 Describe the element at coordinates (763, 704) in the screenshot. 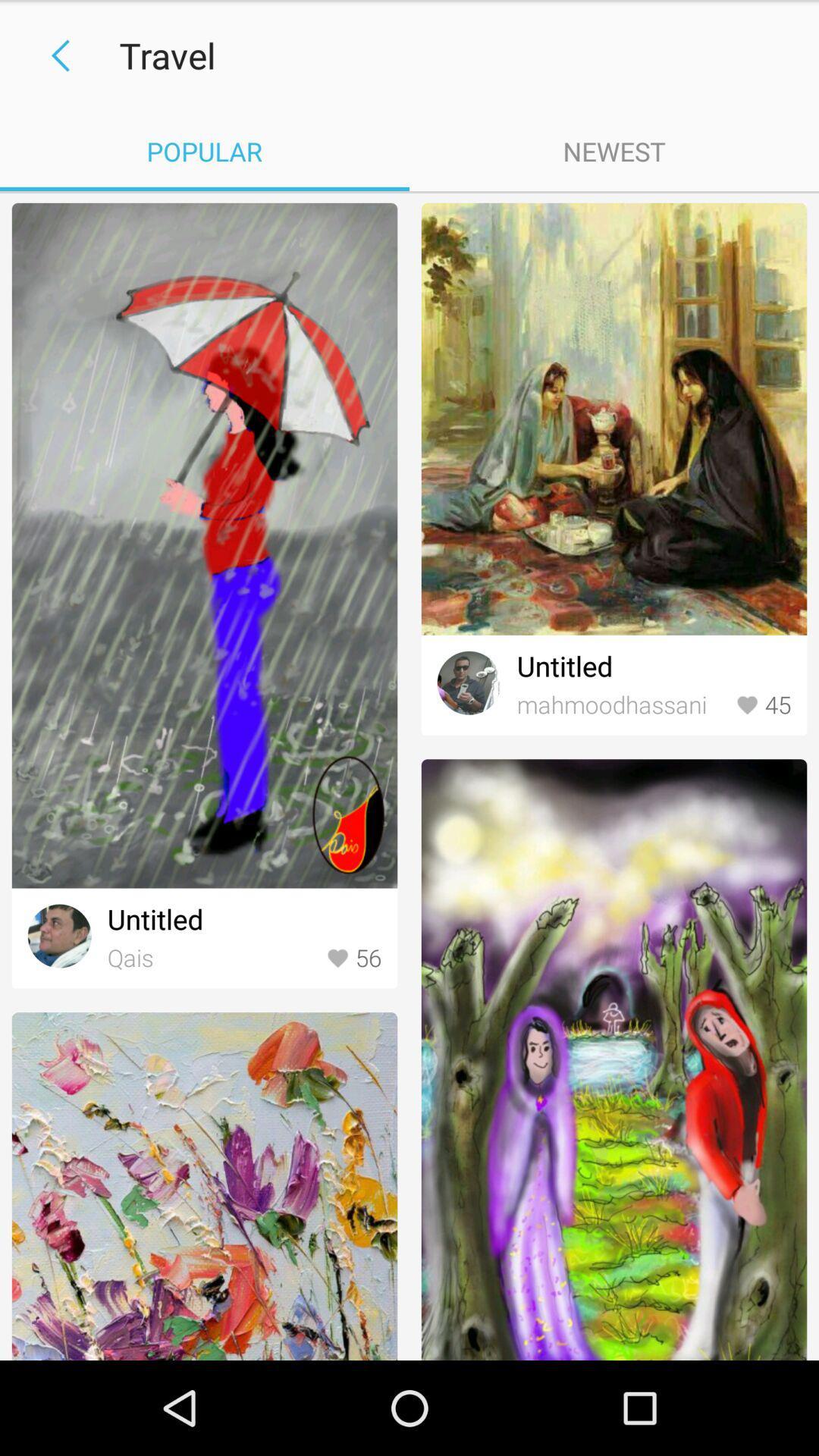

I see `45 item` at that location.